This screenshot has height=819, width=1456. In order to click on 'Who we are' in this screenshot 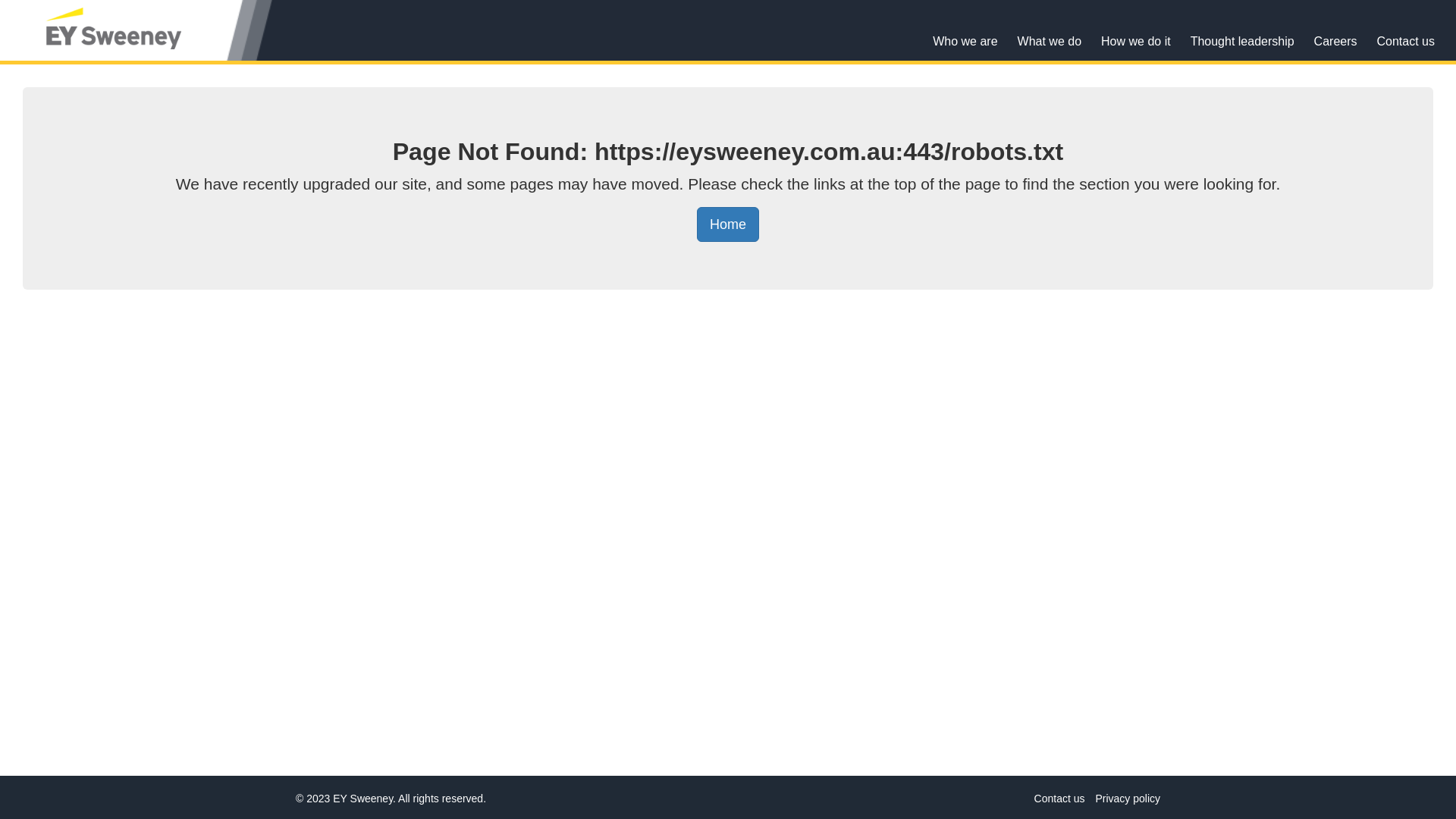, I will do `click(964, 40)`.